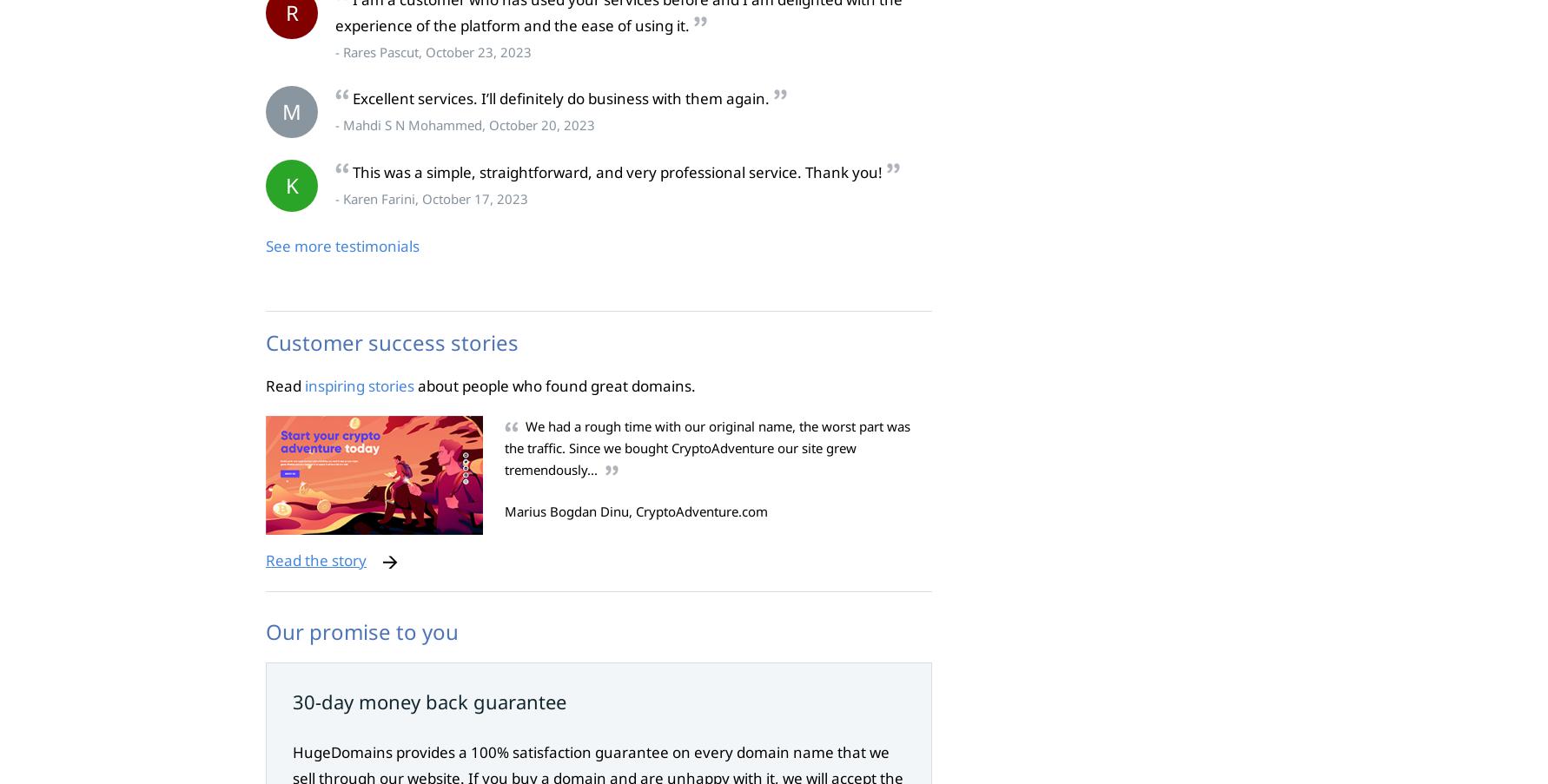 The image size is (1548, 784). I want to click on '- Karen Farini, October 17, 2023', so click(430, 199).